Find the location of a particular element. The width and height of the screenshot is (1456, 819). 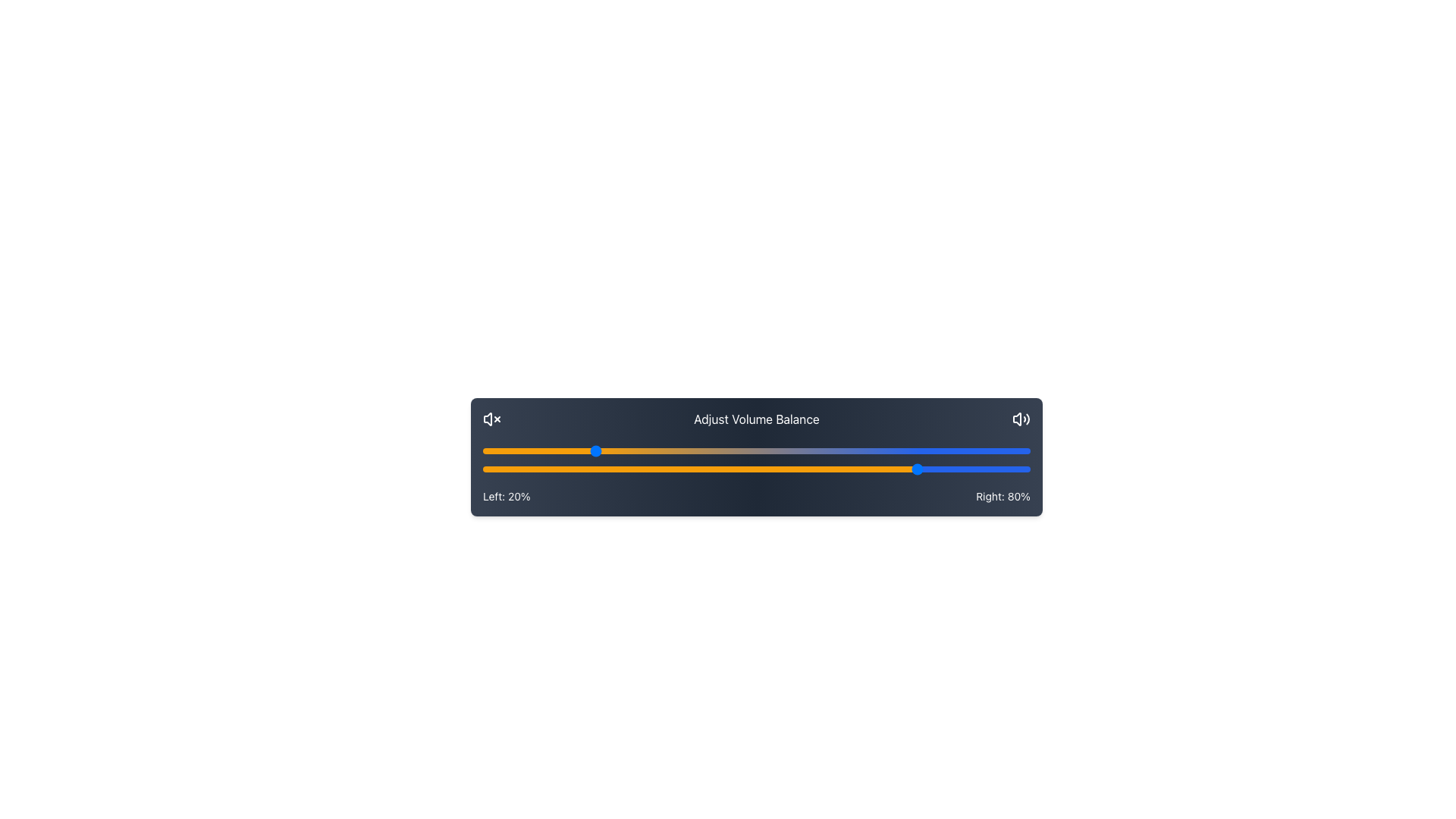

the left balance is located at coordinates (740, 450).